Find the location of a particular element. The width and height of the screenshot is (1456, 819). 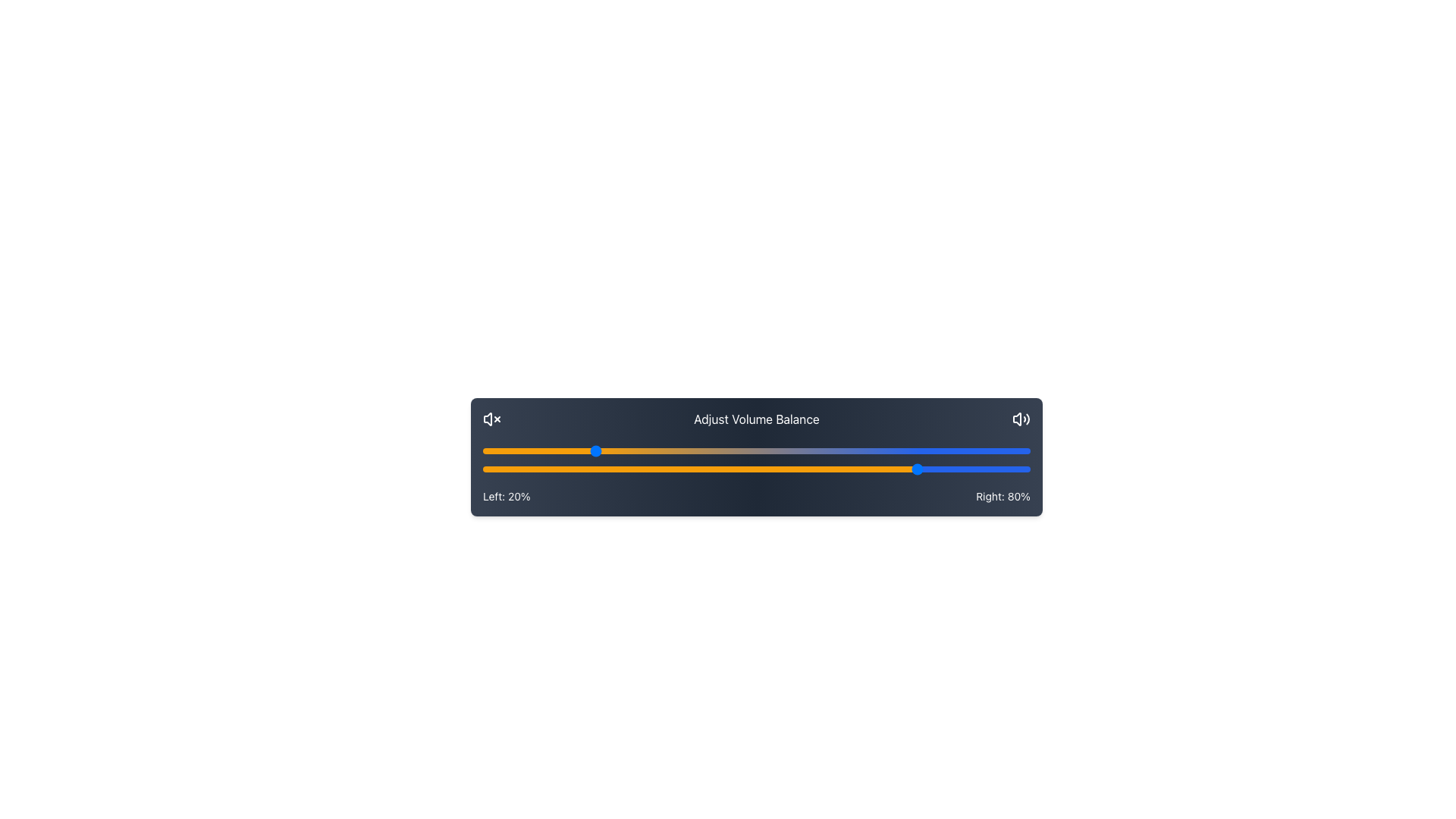

the left balance is located at coordinates (740, 450).